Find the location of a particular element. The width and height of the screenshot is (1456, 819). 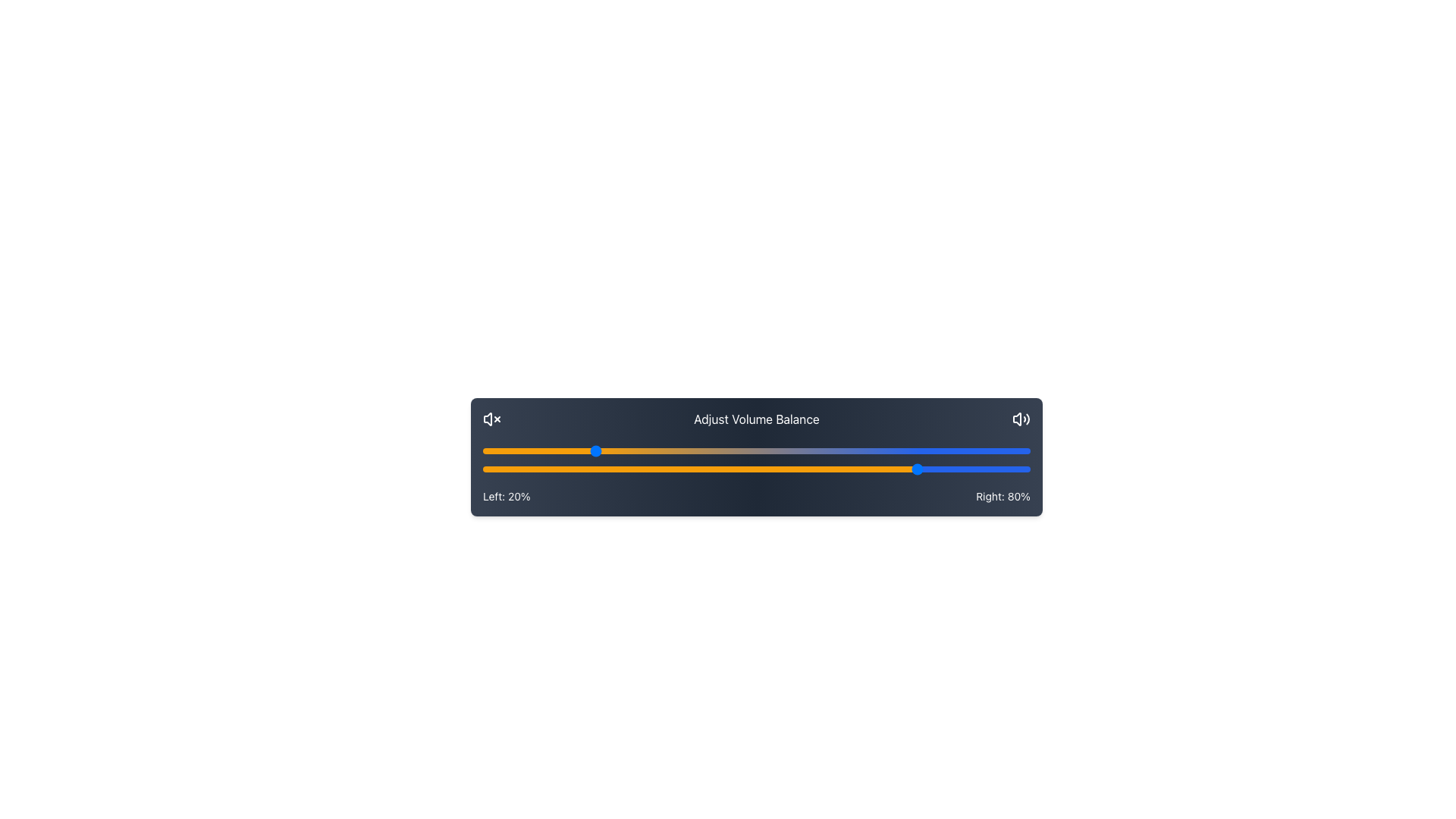

the left balance is located at coordinates (740, 450).